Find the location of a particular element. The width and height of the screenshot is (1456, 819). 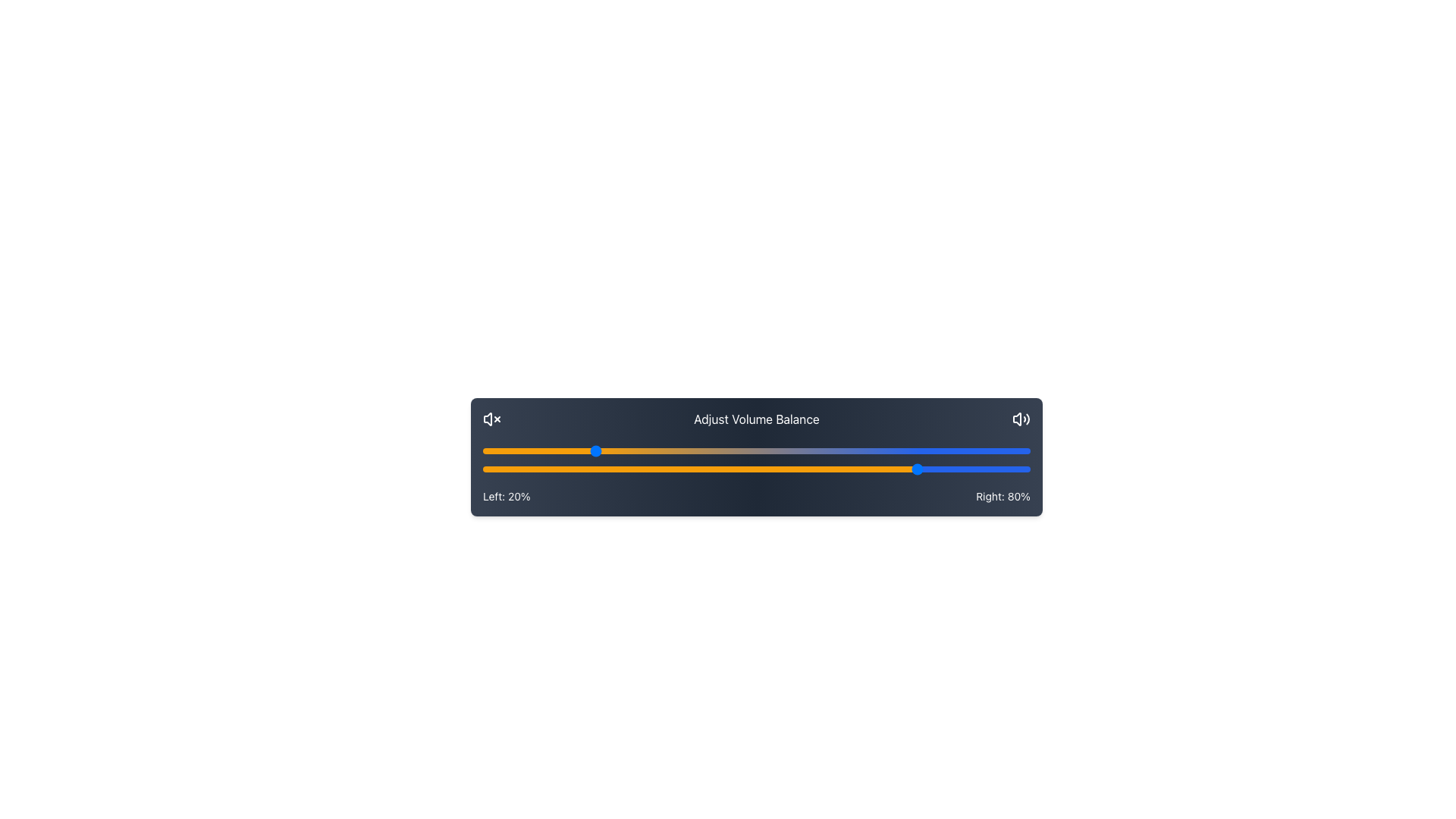

the left balance is located at coordinates (740, 450).